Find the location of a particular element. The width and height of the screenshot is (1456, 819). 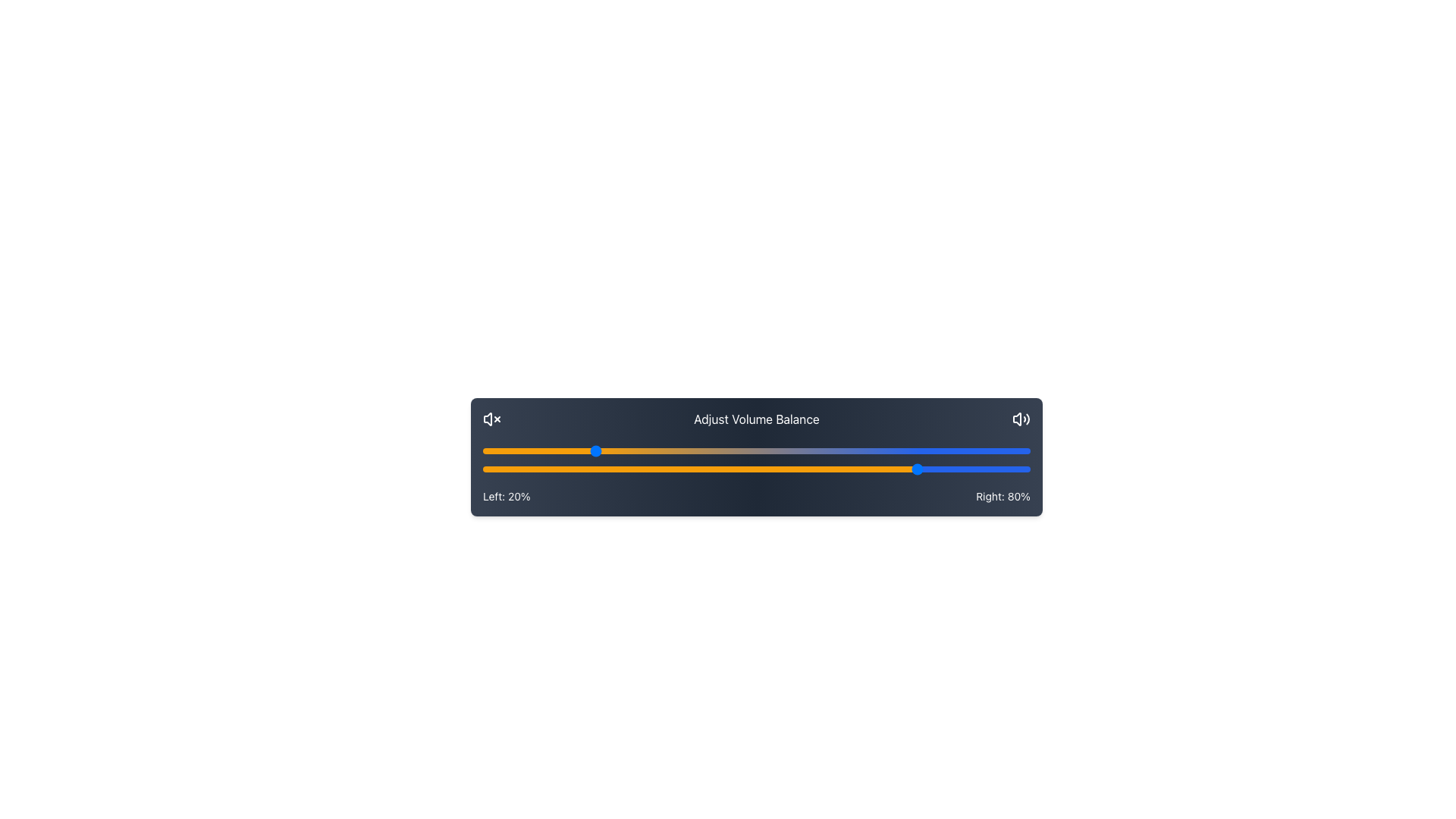

the left balance is located at coordinates (740, 450).